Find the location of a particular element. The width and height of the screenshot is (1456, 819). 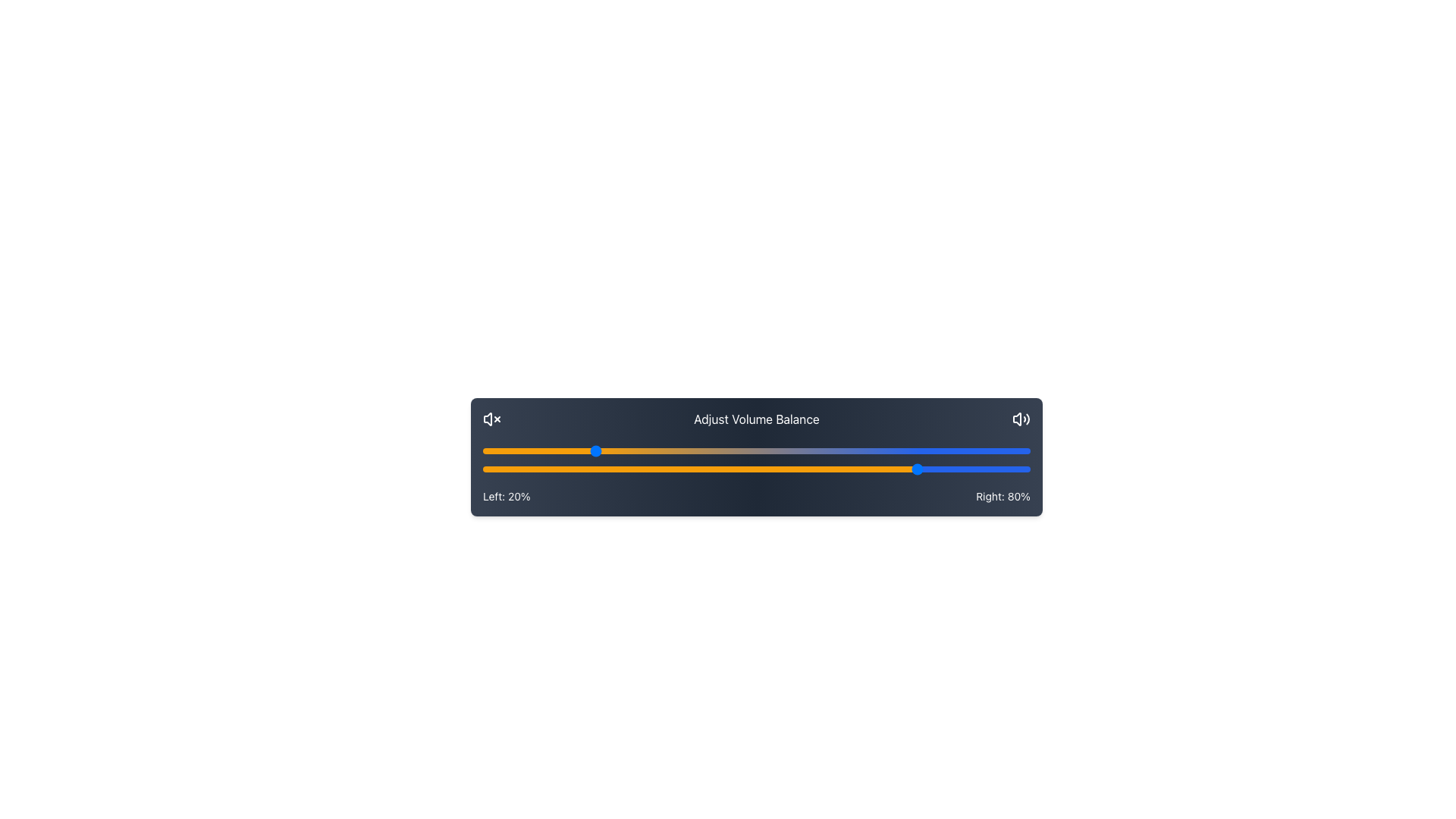

the left balance is located at coordinates (740, 450).